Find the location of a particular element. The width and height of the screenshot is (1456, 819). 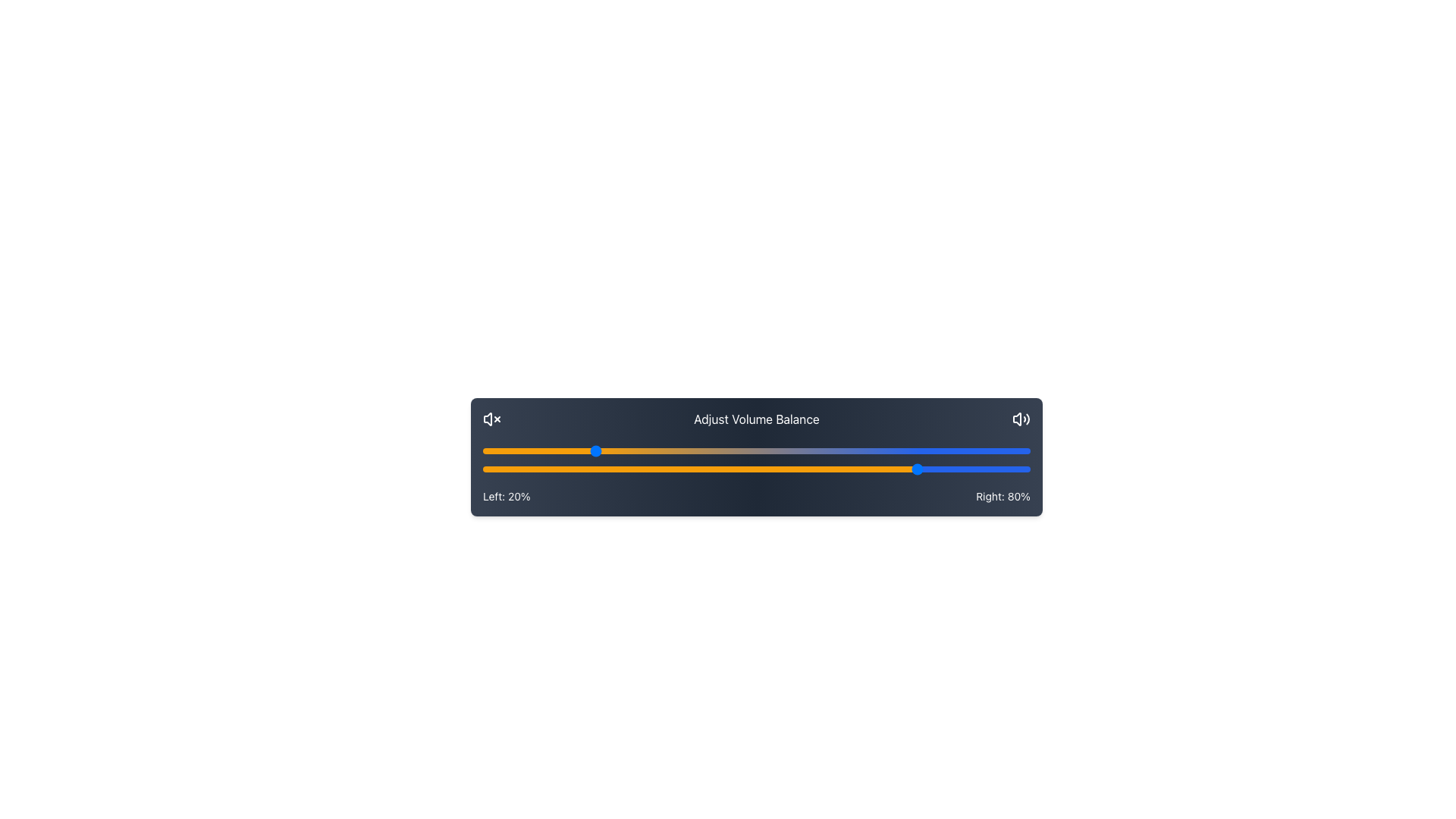

the left balance is located at coordinates (740, 450).